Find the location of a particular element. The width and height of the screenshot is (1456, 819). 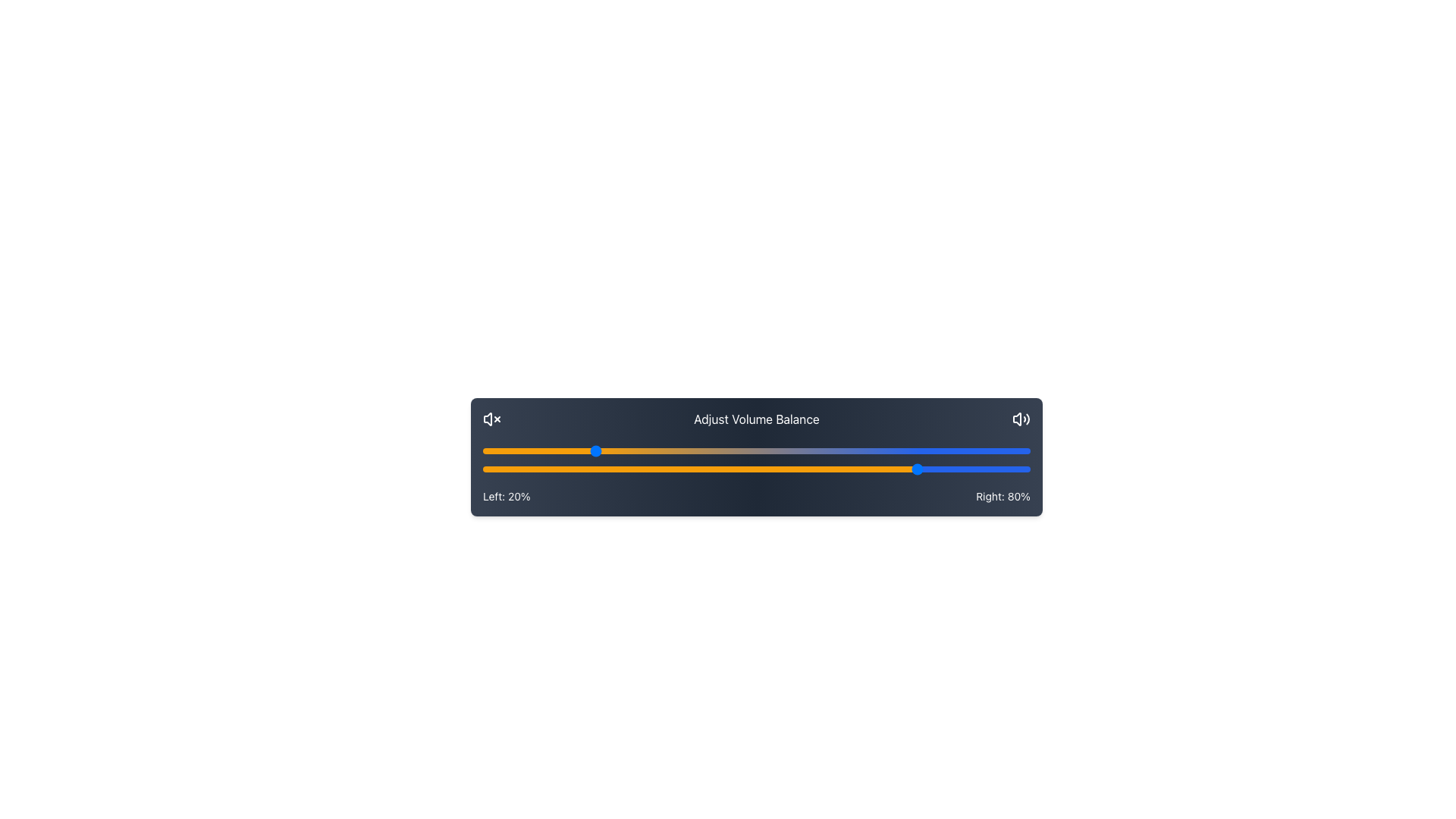

the left balance is located at coordinates (740, 450).